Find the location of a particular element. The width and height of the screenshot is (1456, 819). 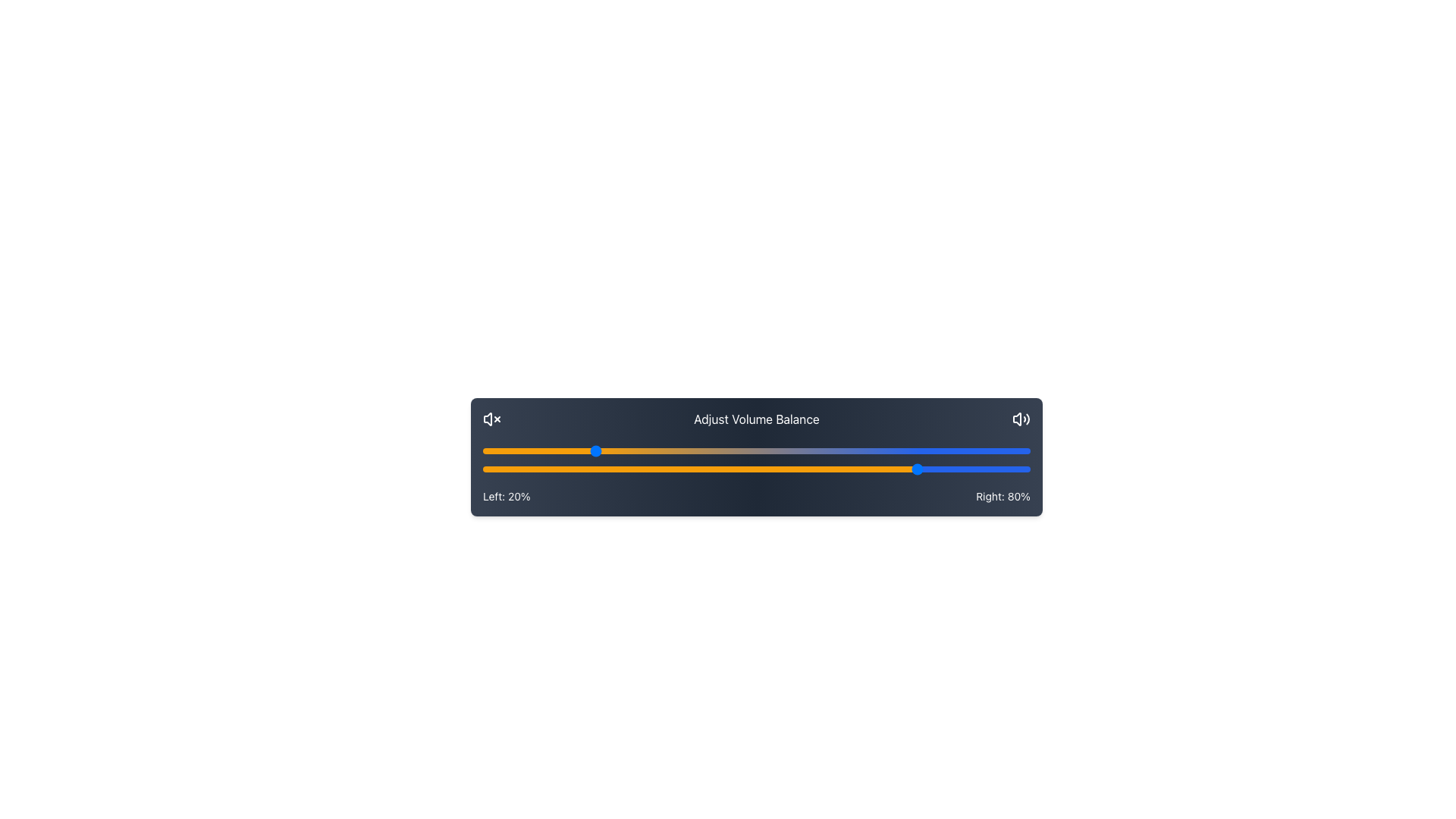

the left balance is located at coordinates (740, 450).